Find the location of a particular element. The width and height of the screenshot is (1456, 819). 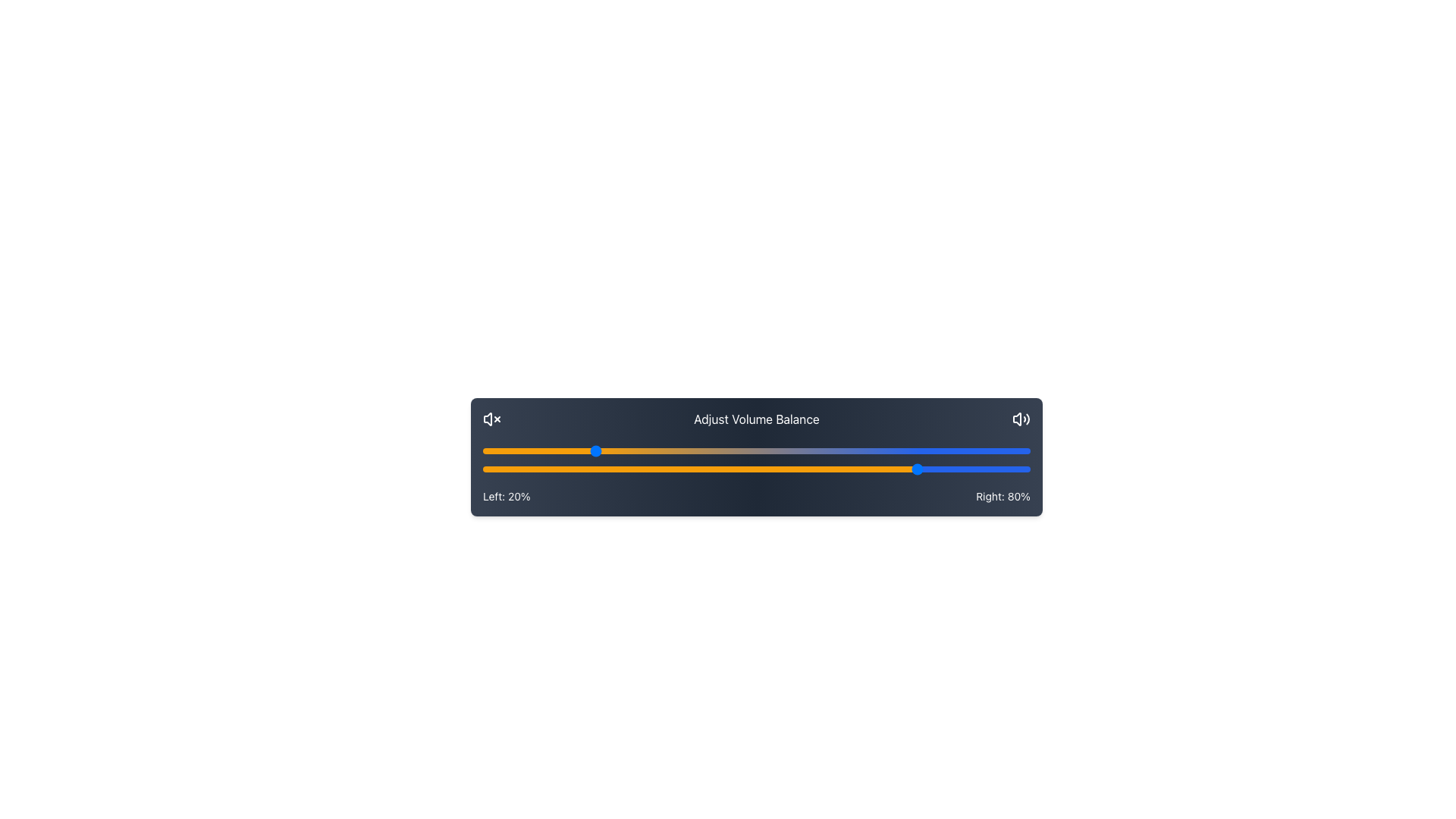

the left balance is located at coordinates (740, 450).